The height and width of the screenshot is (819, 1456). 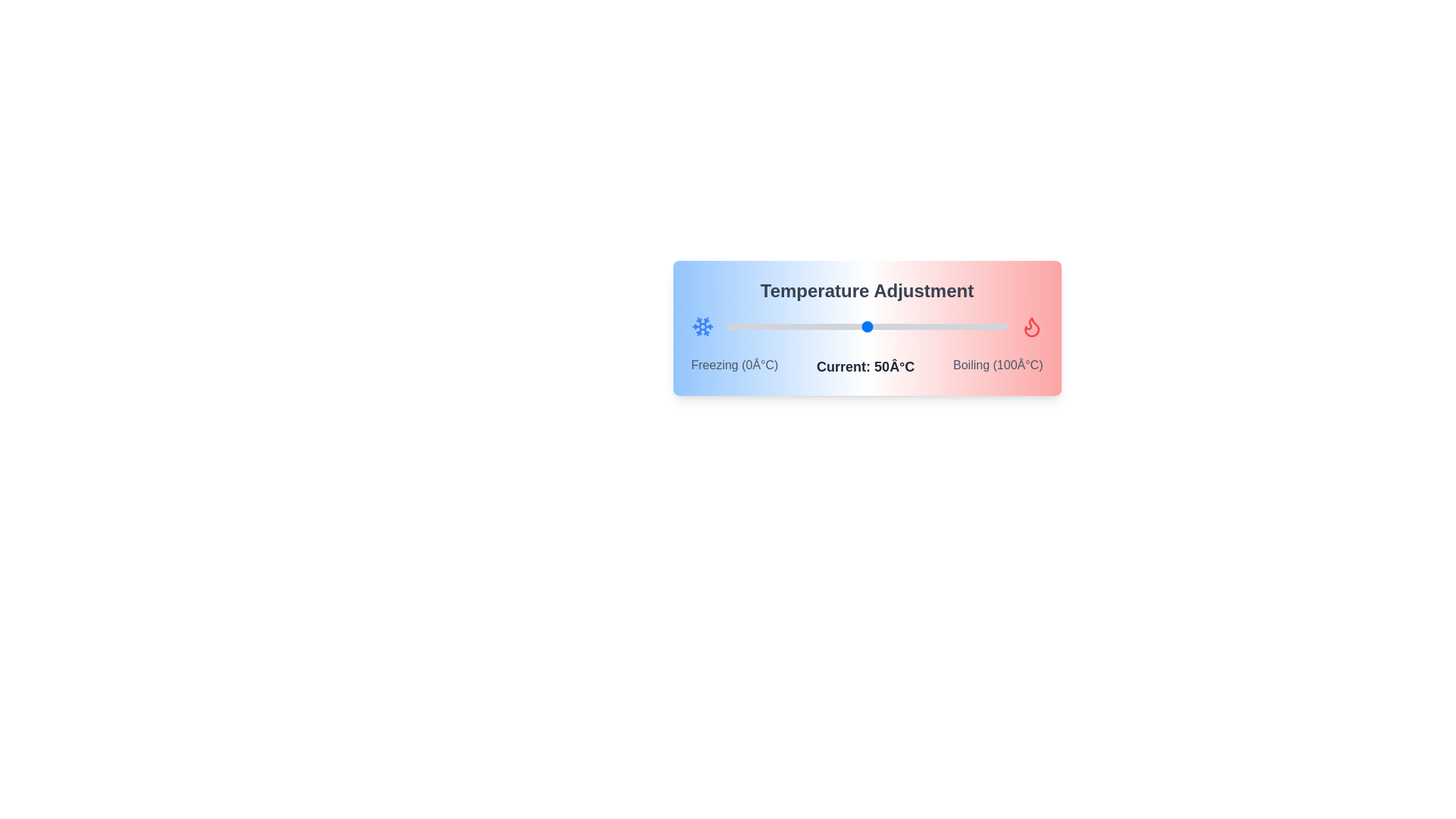 I want to click on the temperature slider to 68°C, so click(x=917, y=326).